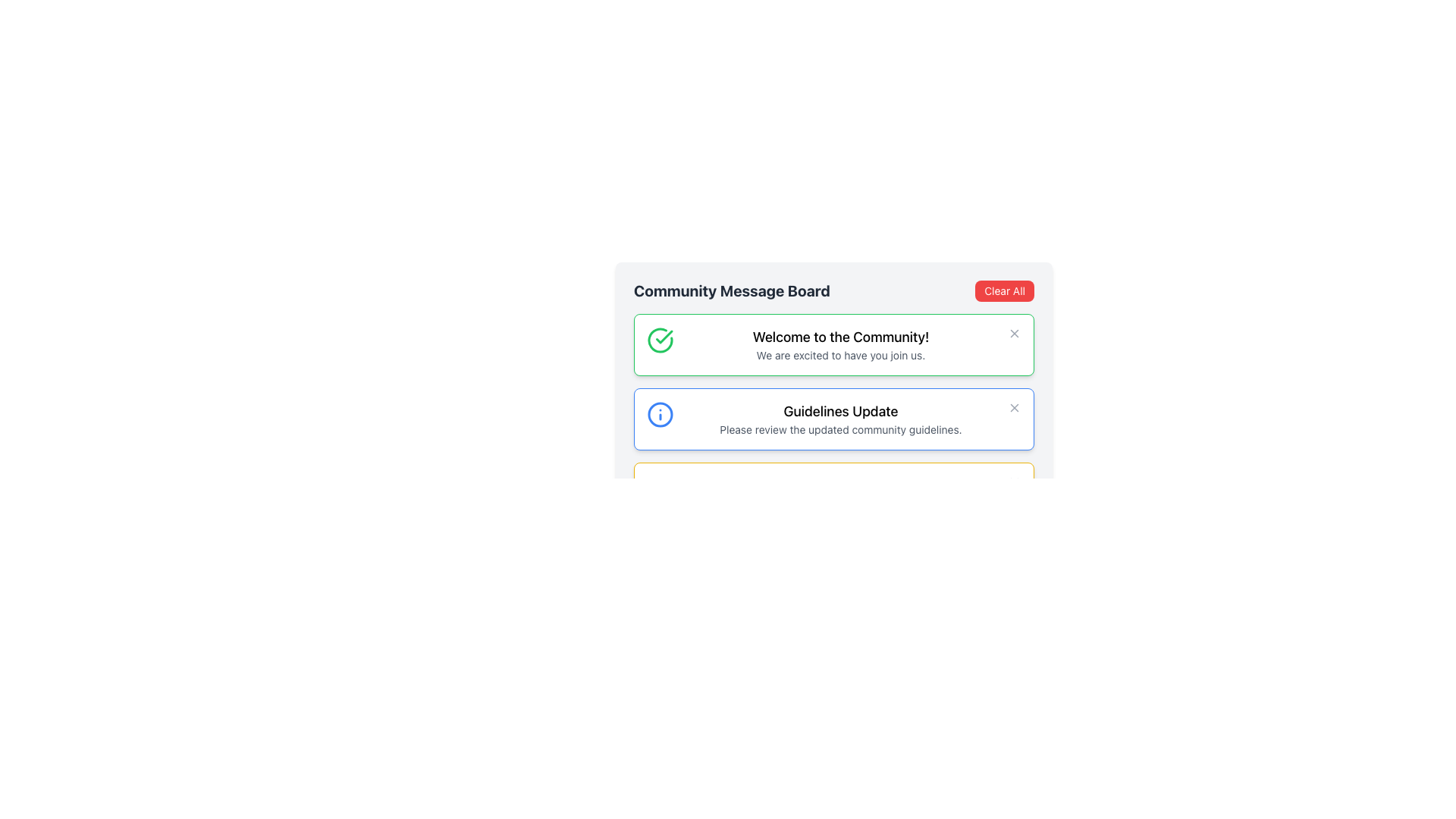  What do you see at coordinates (839, 430) in the screenshot?
I see `the static text label that reads 'Please review the updated community guidelines.' positioned beneath the 'Guidelines Update' heading in the notification box on the Community Message Board interface` at bounding box center [839, 430].